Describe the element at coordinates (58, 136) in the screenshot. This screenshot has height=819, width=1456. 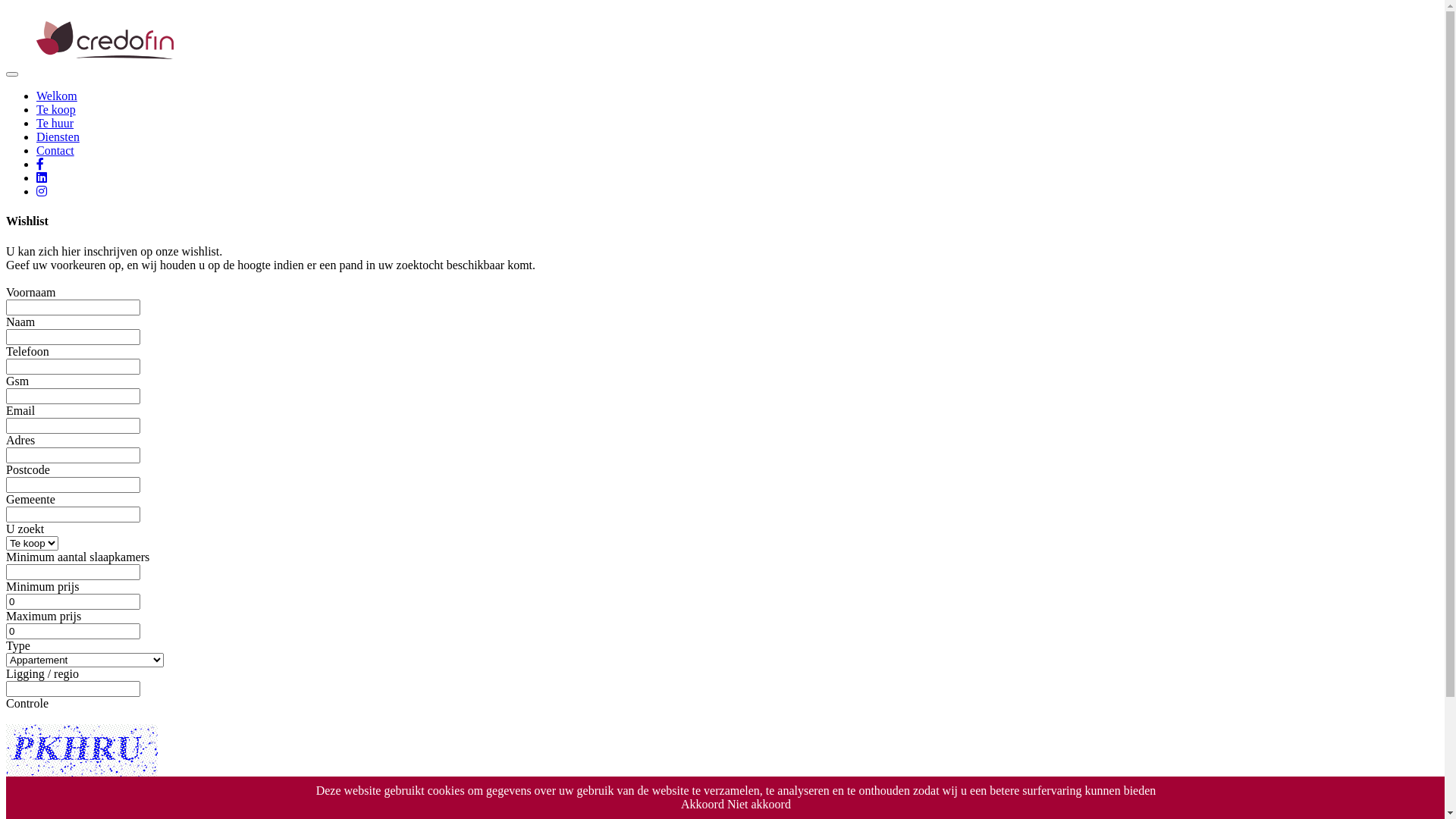
I see `'Diensten'` at that location.